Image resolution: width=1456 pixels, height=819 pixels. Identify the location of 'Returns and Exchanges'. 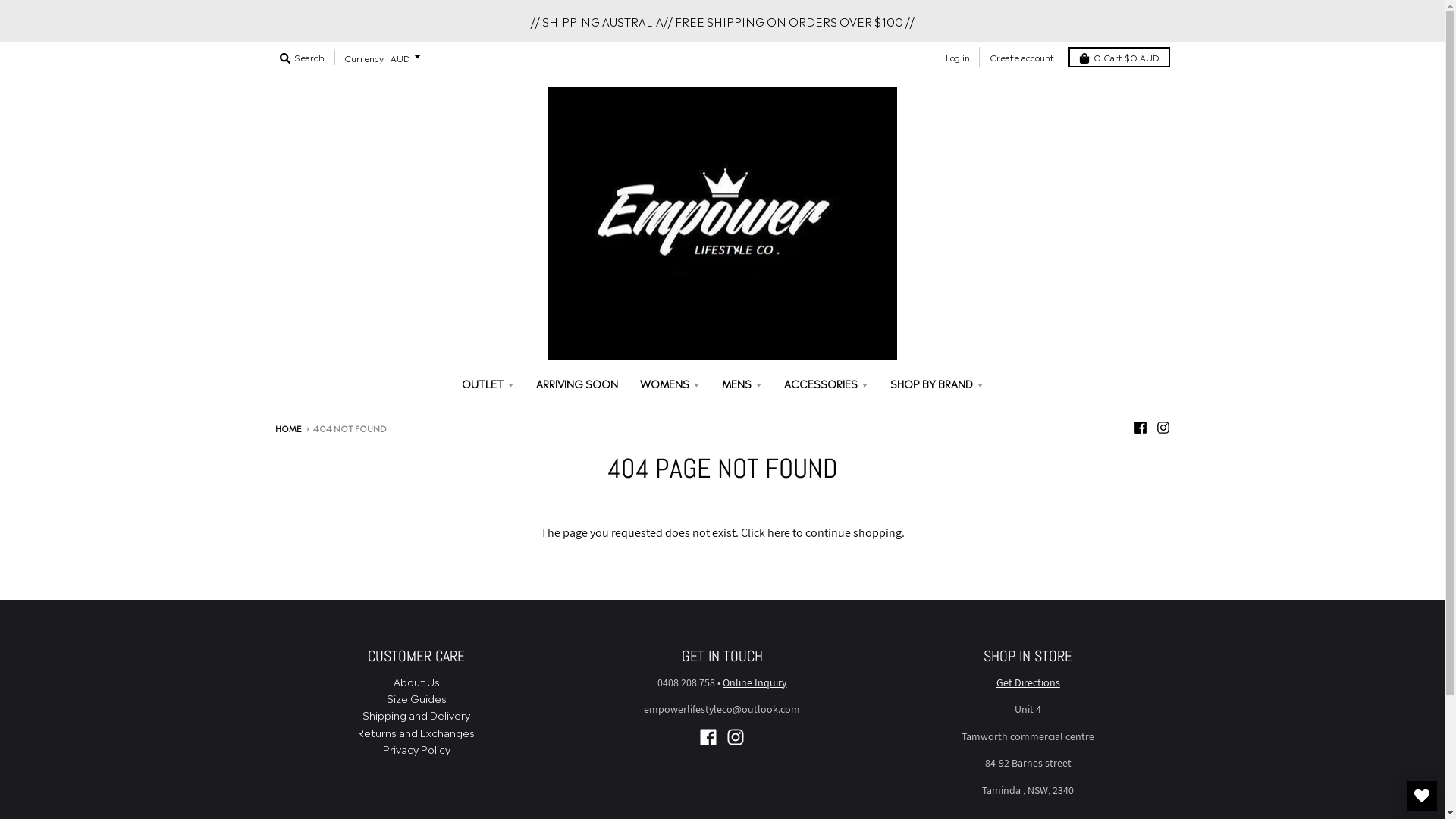
(416, 730).